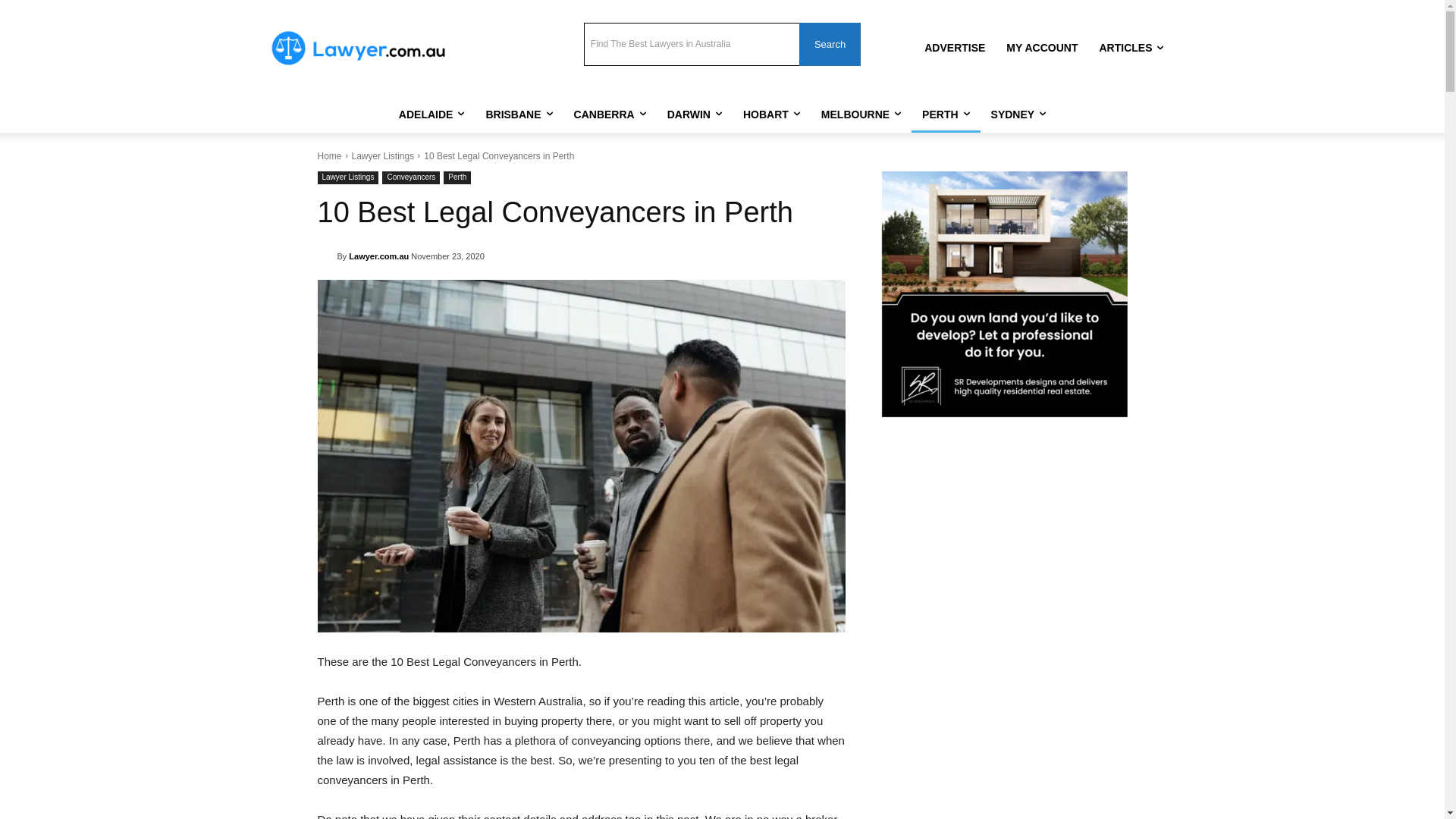 This screenshot has height=819, width=1456. I want to click on 'Lawyer.com.au Logo', so click(356, 47).